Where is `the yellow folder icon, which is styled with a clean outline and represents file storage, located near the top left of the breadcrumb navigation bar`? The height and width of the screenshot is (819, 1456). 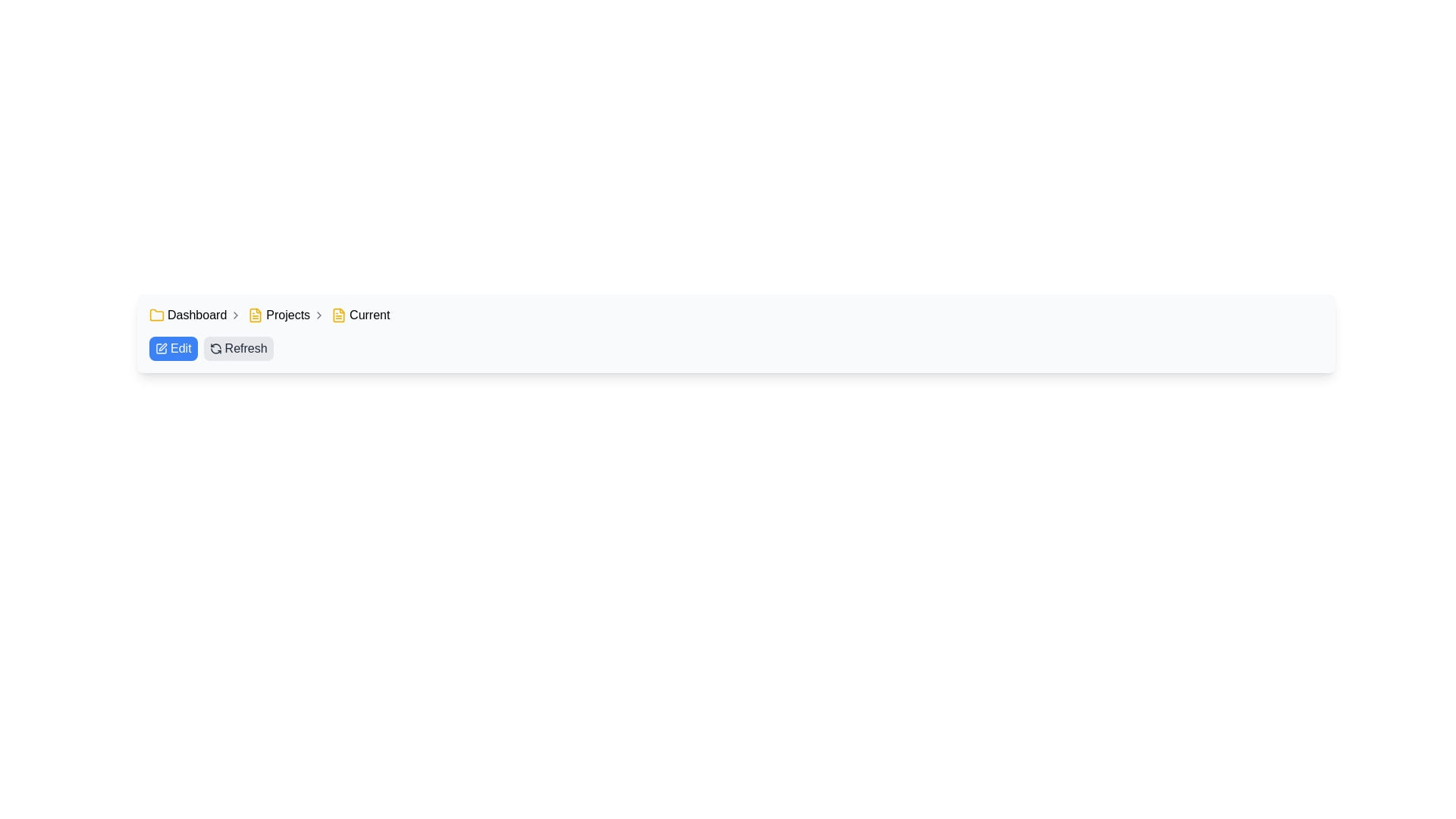
the yellow folder icon, which is styled with a clean outline and represents file storage, located near the top left of the breadcrumb navigation bar is located at coordinates (156, 314).